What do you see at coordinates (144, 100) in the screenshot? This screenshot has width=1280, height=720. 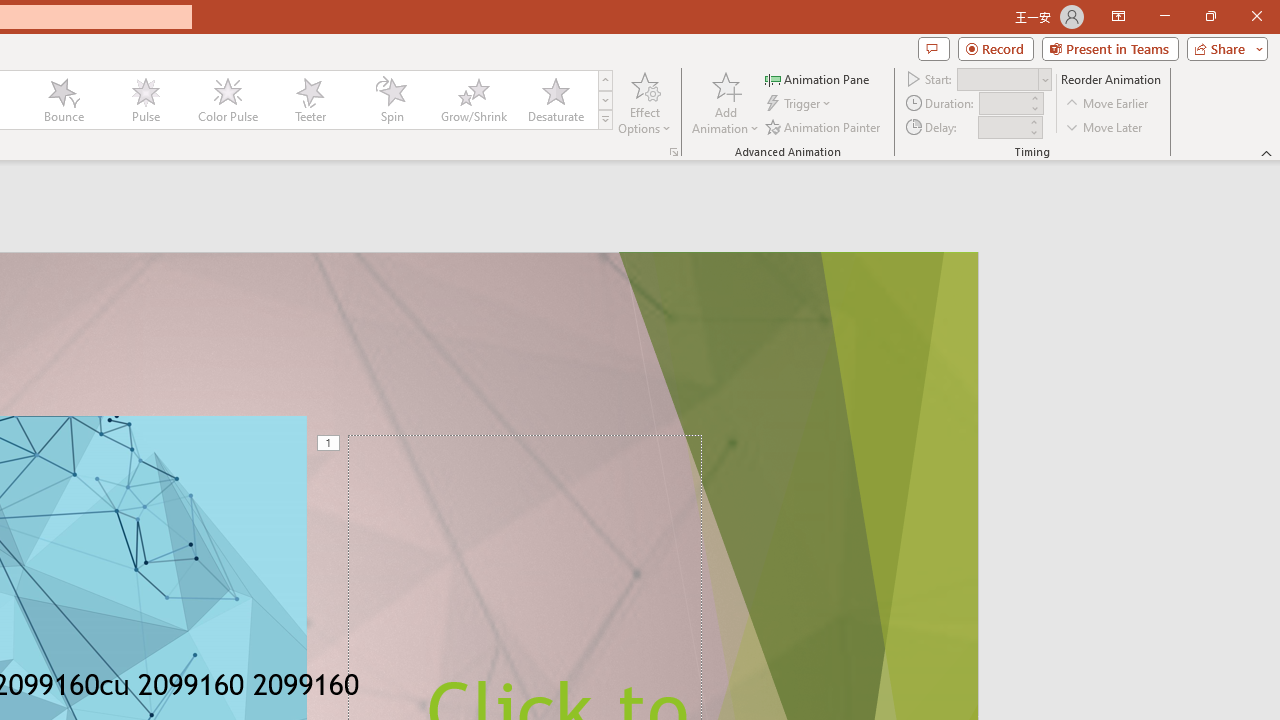 I see `'Pulse'` at bounding box center [144, 100].